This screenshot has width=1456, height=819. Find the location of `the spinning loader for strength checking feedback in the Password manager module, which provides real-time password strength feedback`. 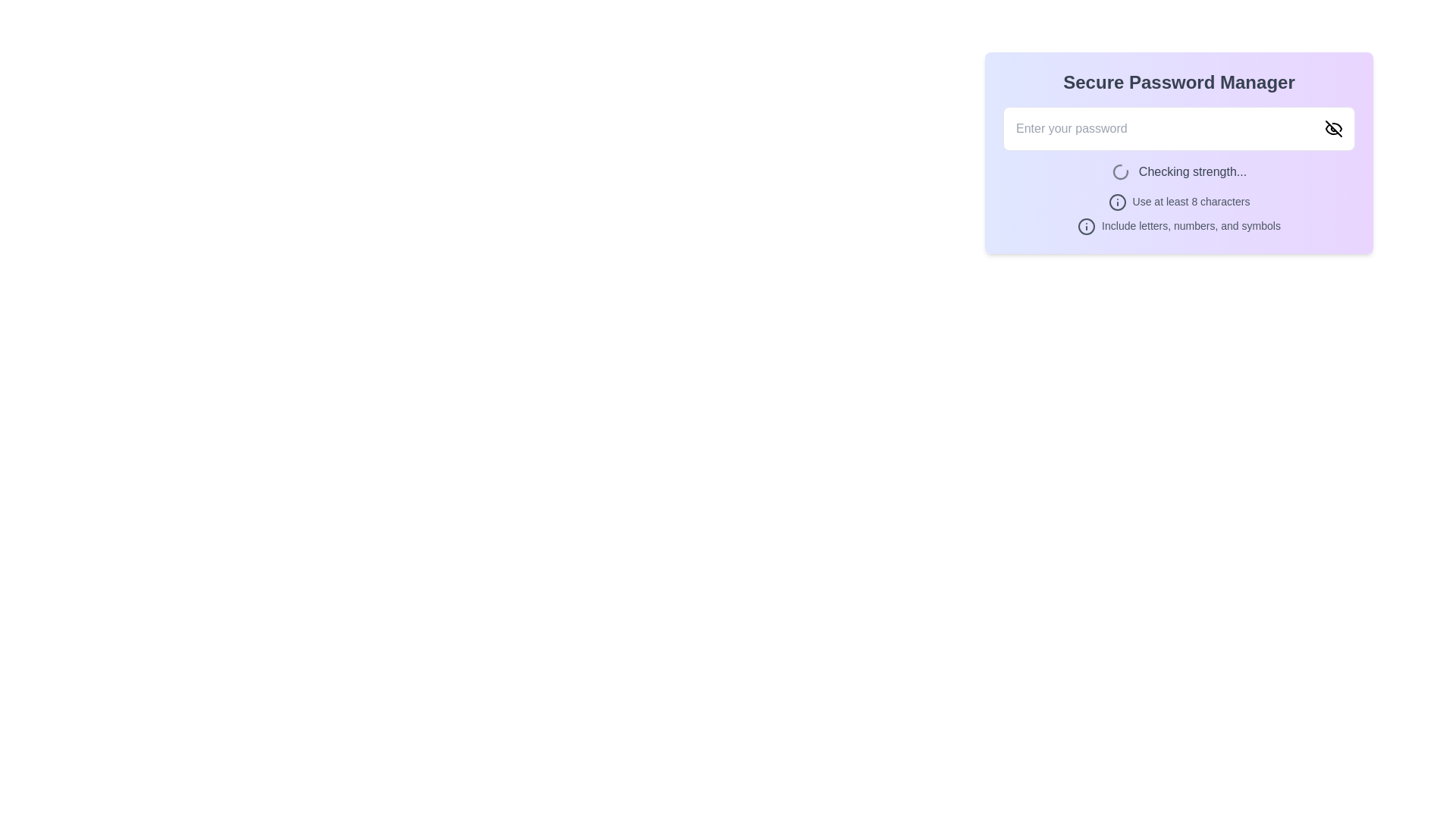

the spinning loader for strength checking feedback in the Password manager module, which provides real-time password strength feedback is located at coordinates (1178, 152).